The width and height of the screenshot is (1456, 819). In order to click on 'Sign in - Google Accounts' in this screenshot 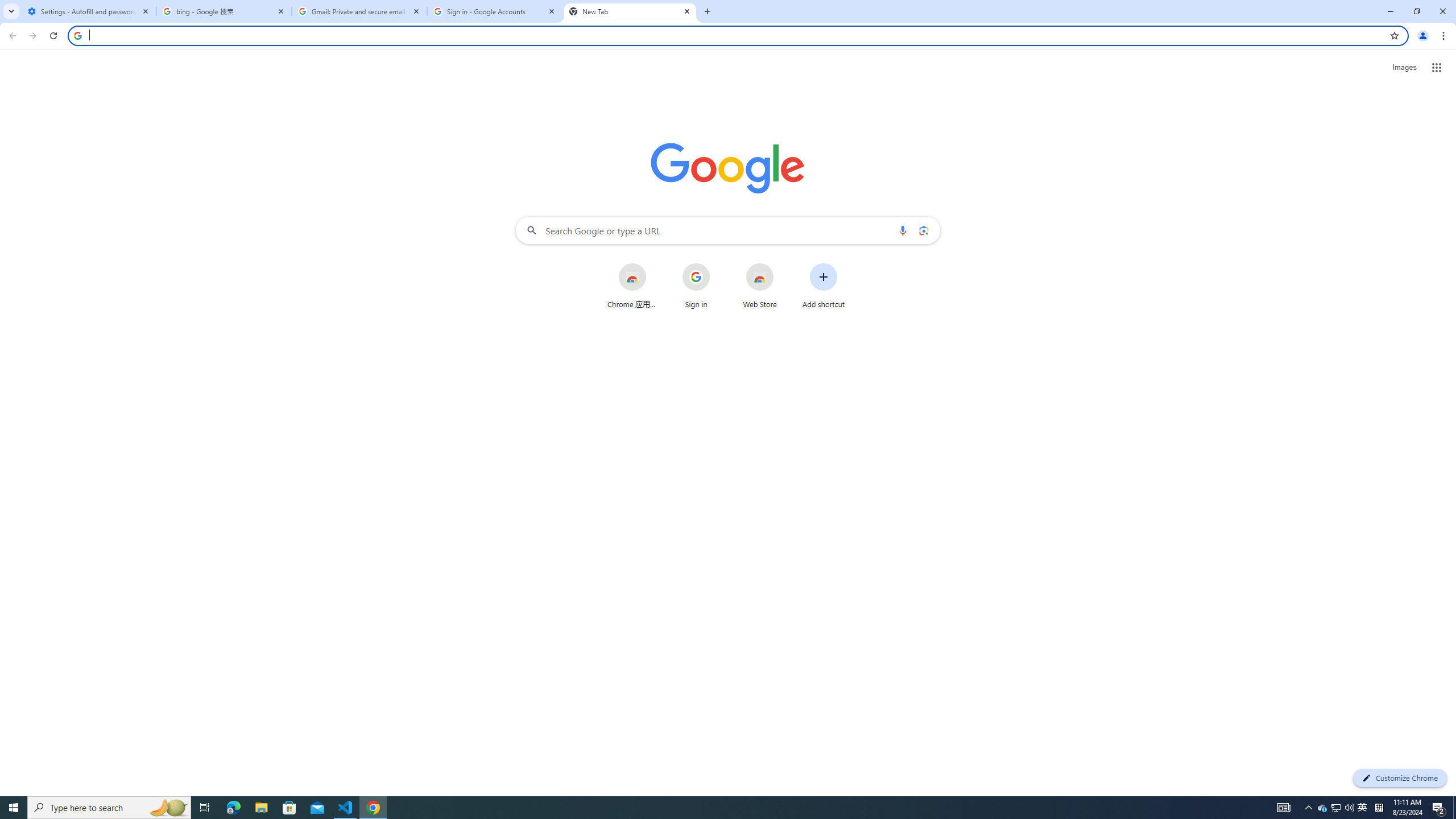, I will do `click(494, 11)`.